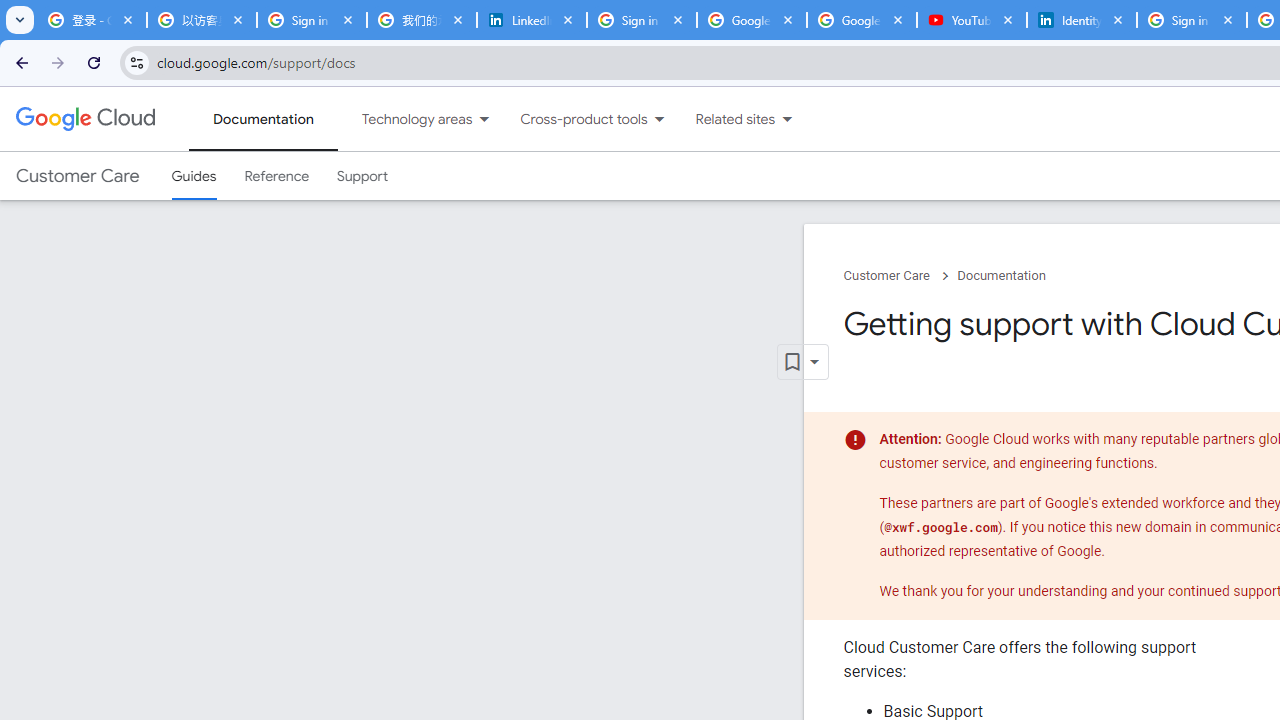 This screenshot has height=720, width=1280. What do you see at coordinates (1001, 276) in the screenshot?
I see `'Documentation'` at bounding box center [1001, 276].